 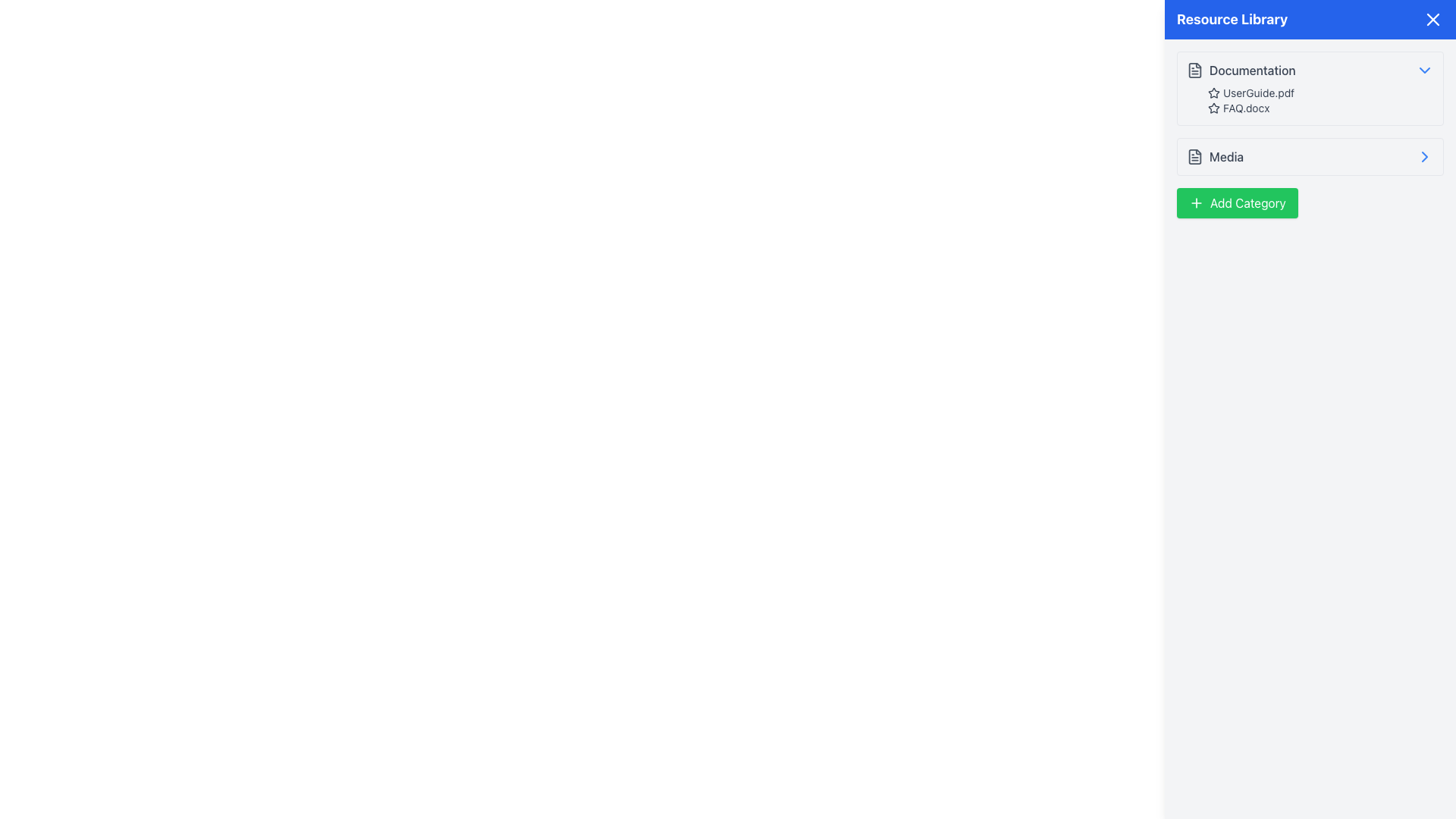 What do you see at coordinates (1226, 157) in the screenshot?
I see `the Text Label indicating the 'Media' section in the sidebar labeled 'Resource Library', which is positioned next to the 'Documentation' entry and a document icon` at bounding box center [1226, 157].